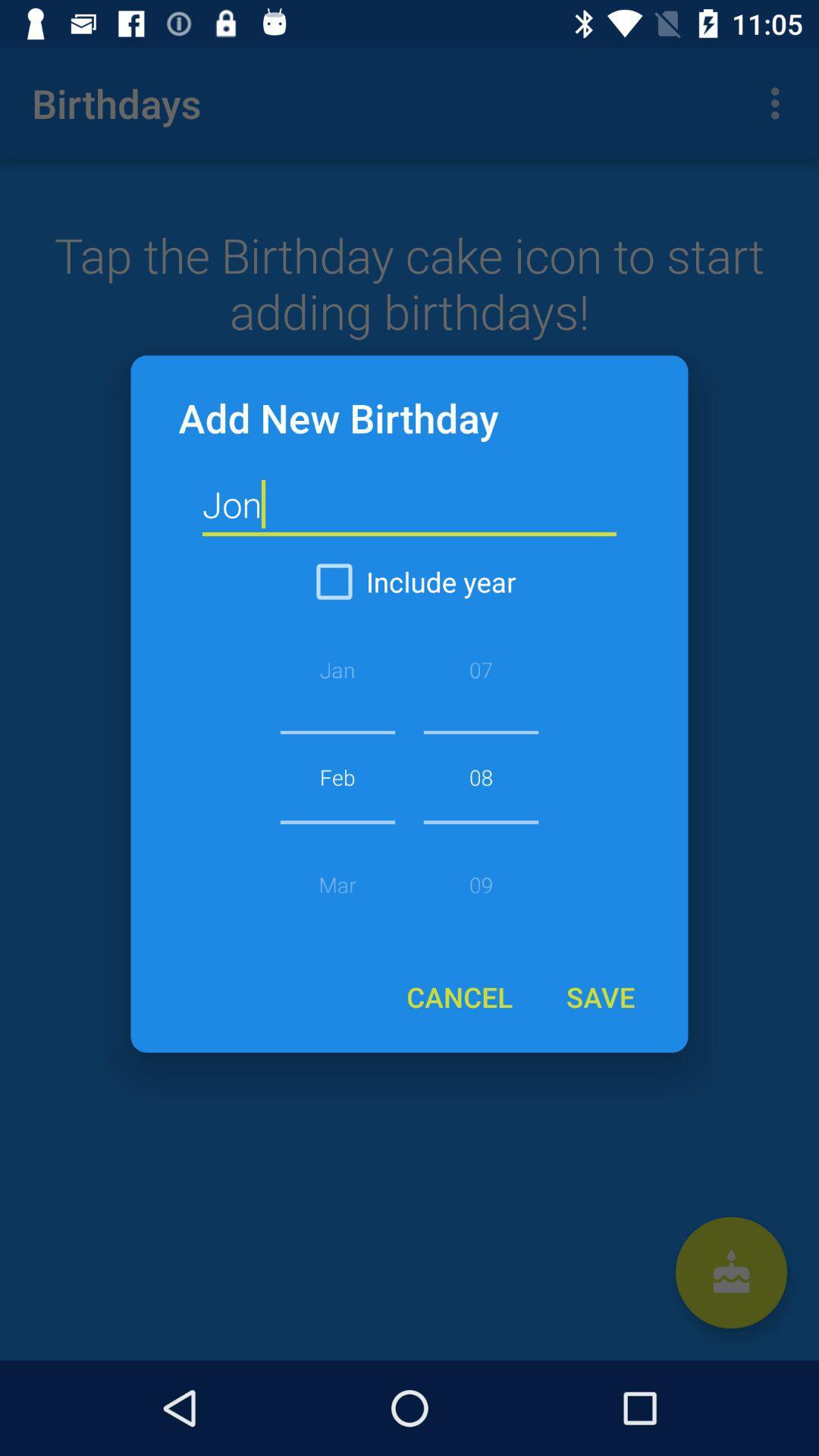 Image resolution: width=819 pixels, height=1456 pixels. Describe the element at coordinates (409, 505) in the screenshot. I see `the jon` at that location.